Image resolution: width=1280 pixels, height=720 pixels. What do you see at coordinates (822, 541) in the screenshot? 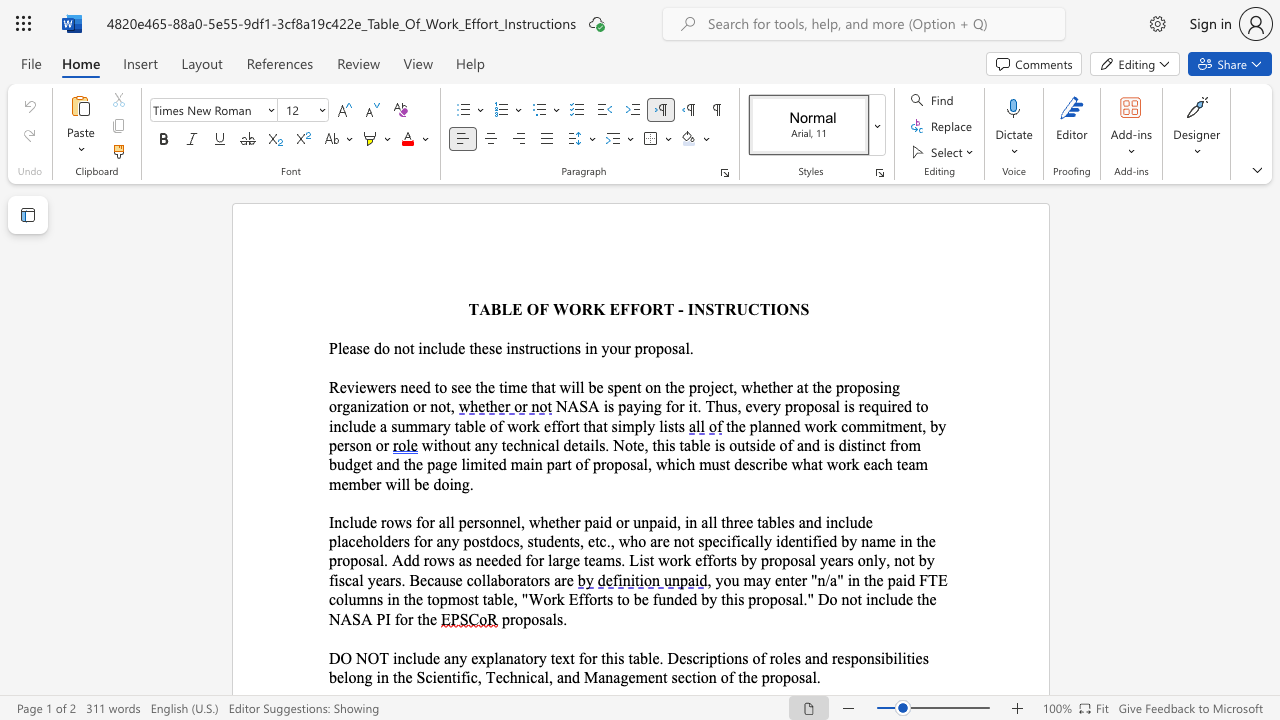
I see `the space between the continuous character "i" and "e" in the text` at bounding box center [822, 541].